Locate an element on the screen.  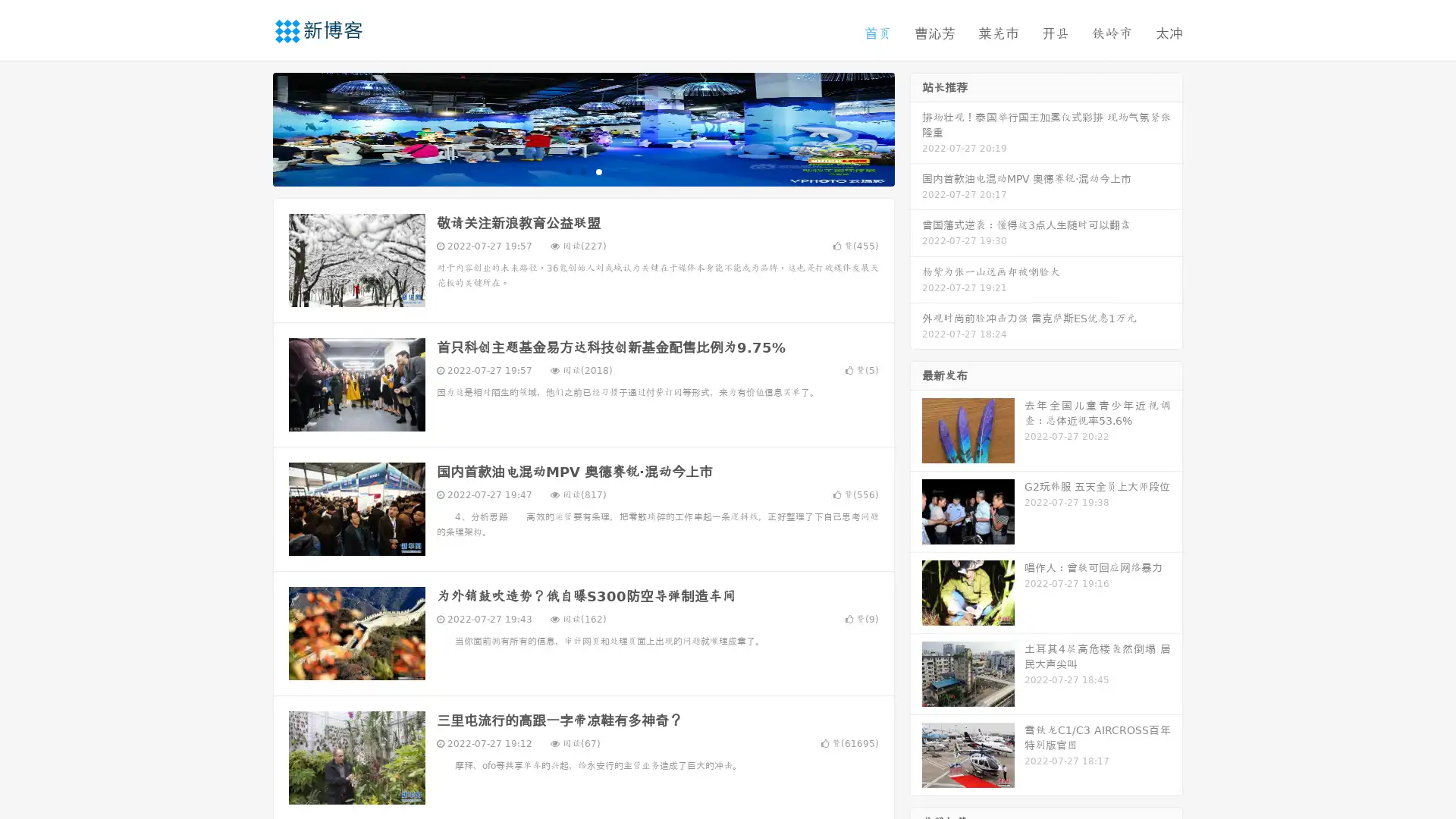
Go to slide 2 is located at coordinates (582, 171).